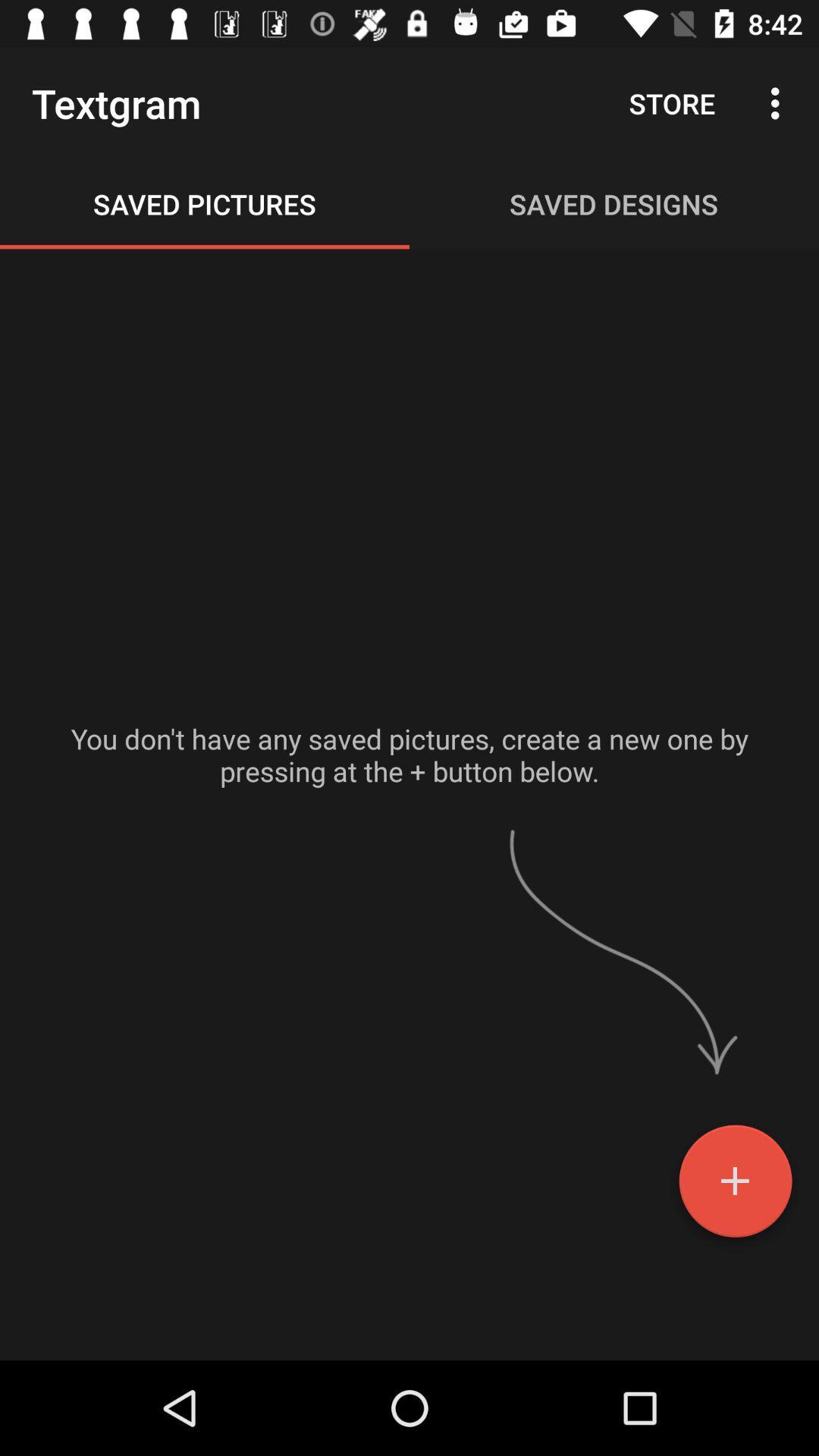 The width and height of the screenshot is (819, 1456). What do you see at coordinates (779, 102) in the screenshot?
I see `the icon next to store icon` at bounding box center [779, 102].